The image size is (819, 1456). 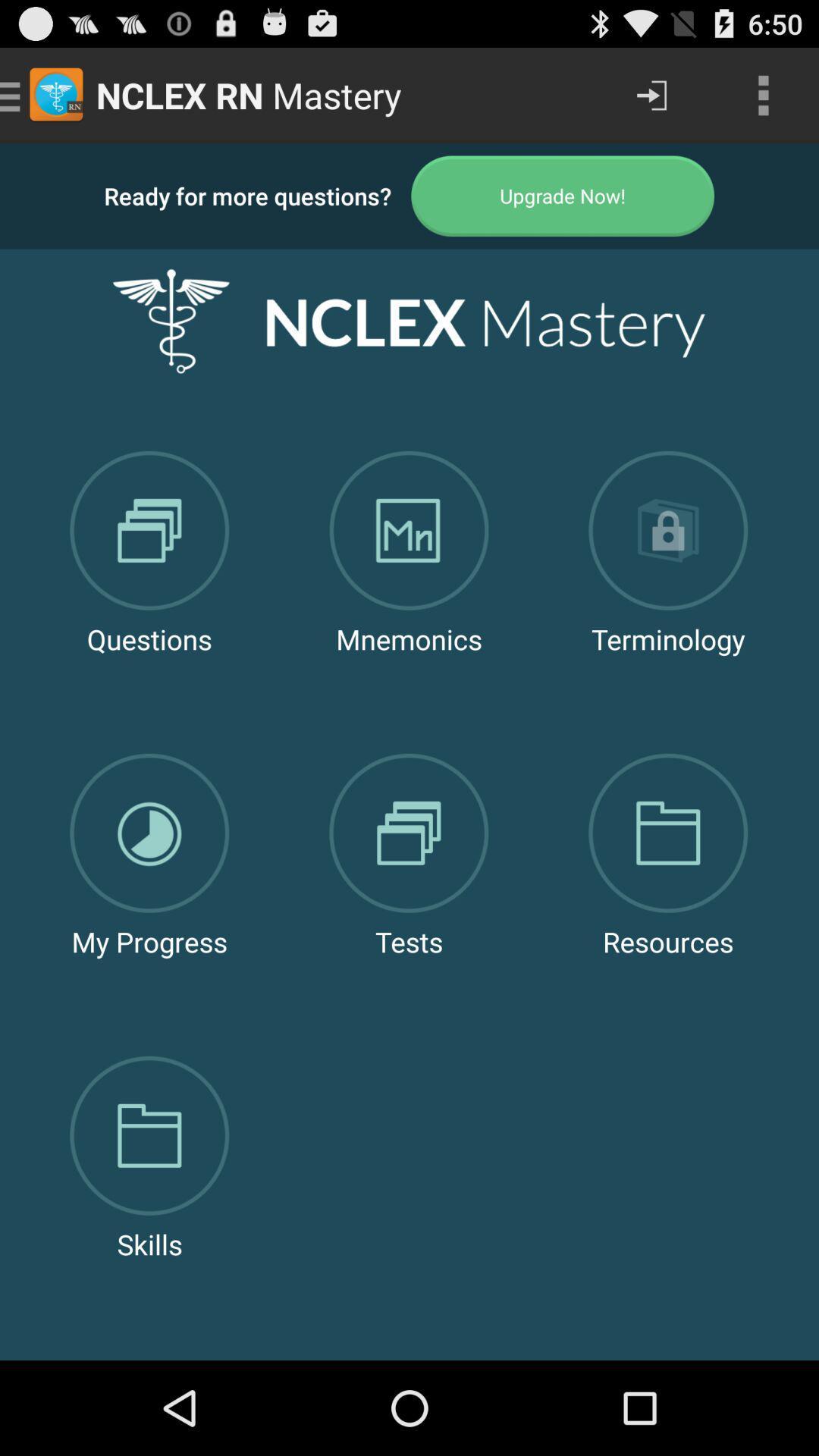 What do you see at coordinates (563, 195) in the screenshot?
I see `upgrade now` at bounding box center [563, 195].